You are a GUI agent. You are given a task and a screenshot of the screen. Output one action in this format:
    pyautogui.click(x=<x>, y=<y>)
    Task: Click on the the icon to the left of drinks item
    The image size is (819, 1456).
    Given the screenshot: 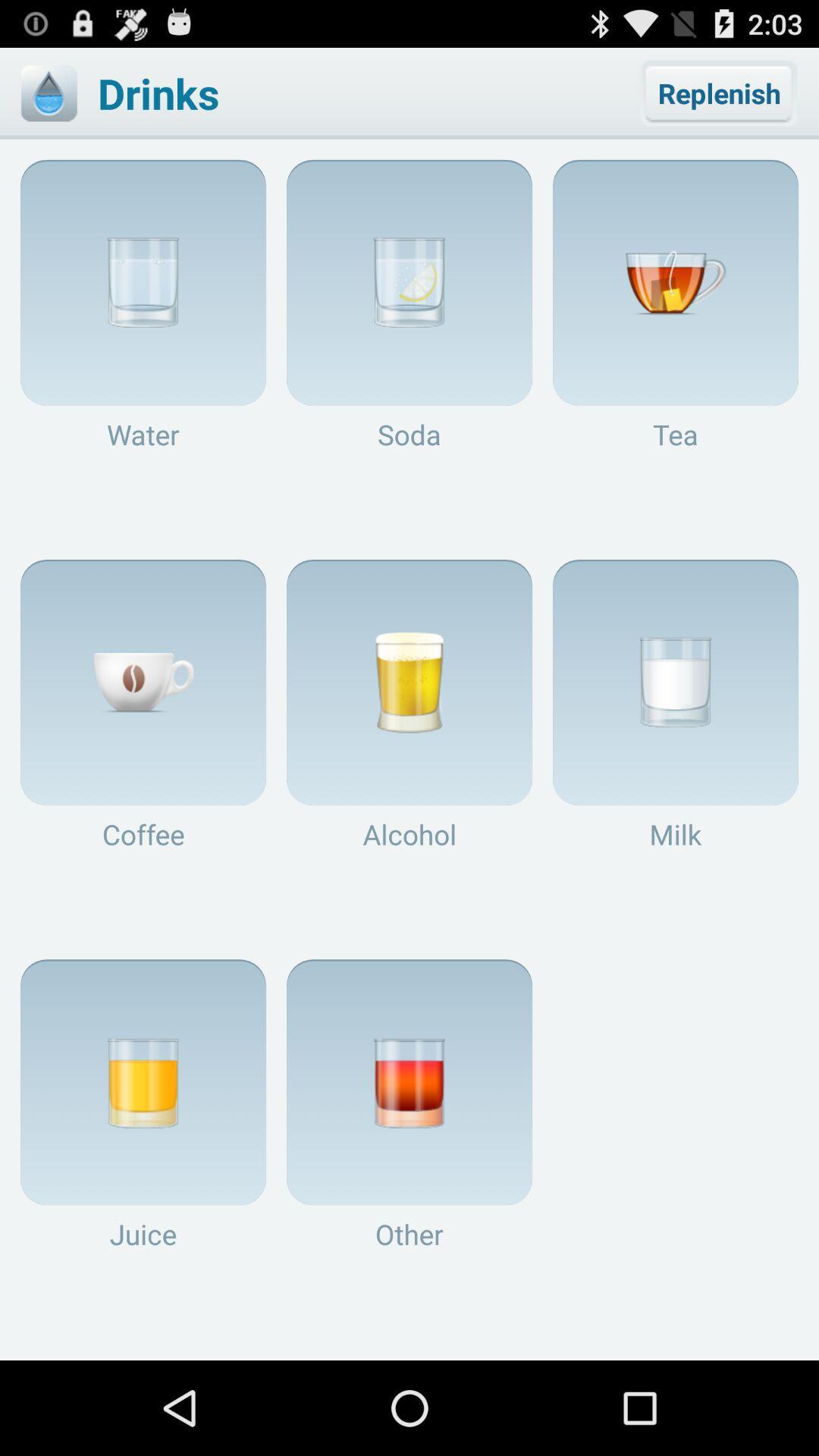 What is the action you would take?
    pyautogui.click(x=48, y=93)
    